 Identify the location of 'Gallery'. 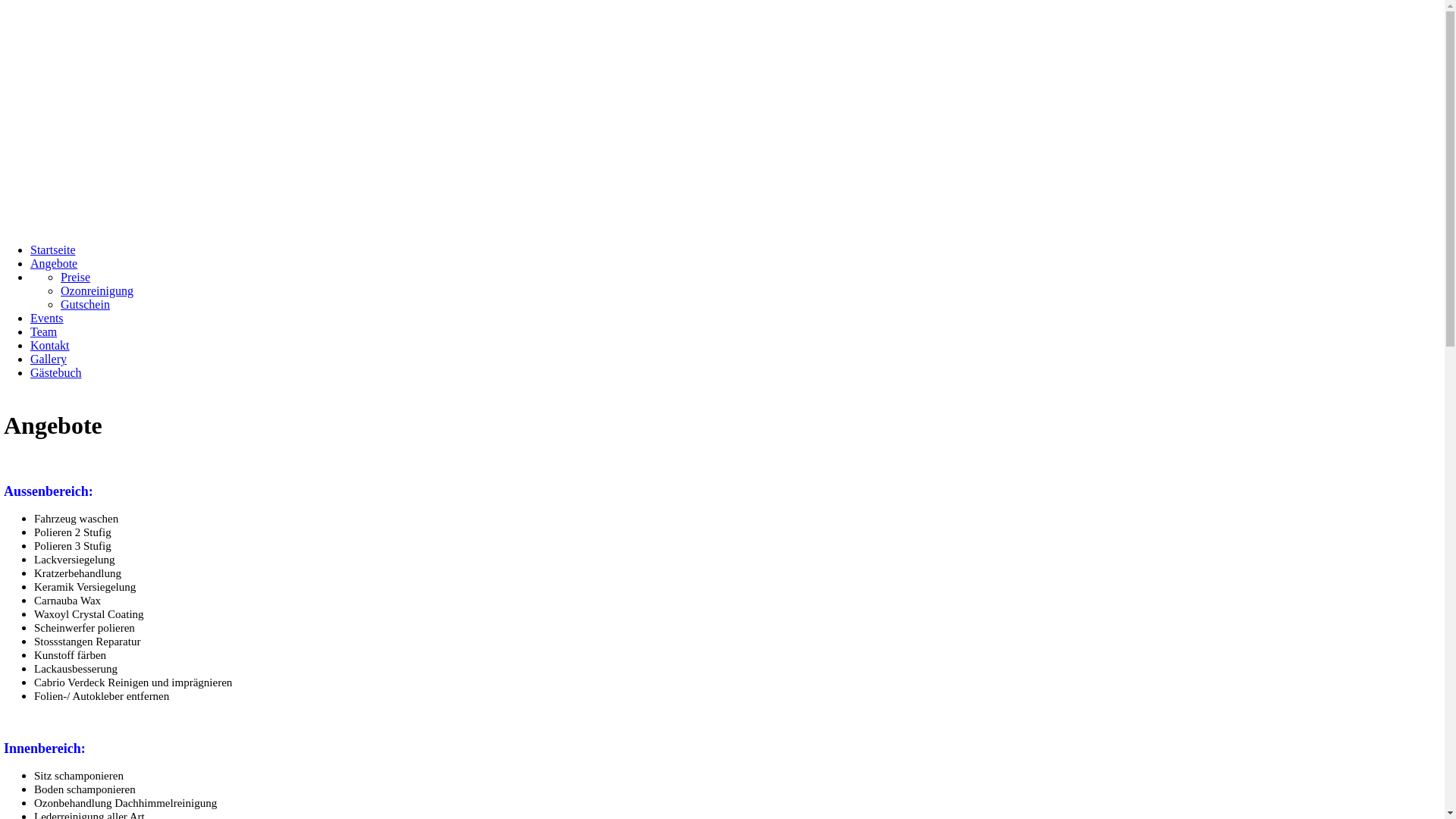
(48, 359).